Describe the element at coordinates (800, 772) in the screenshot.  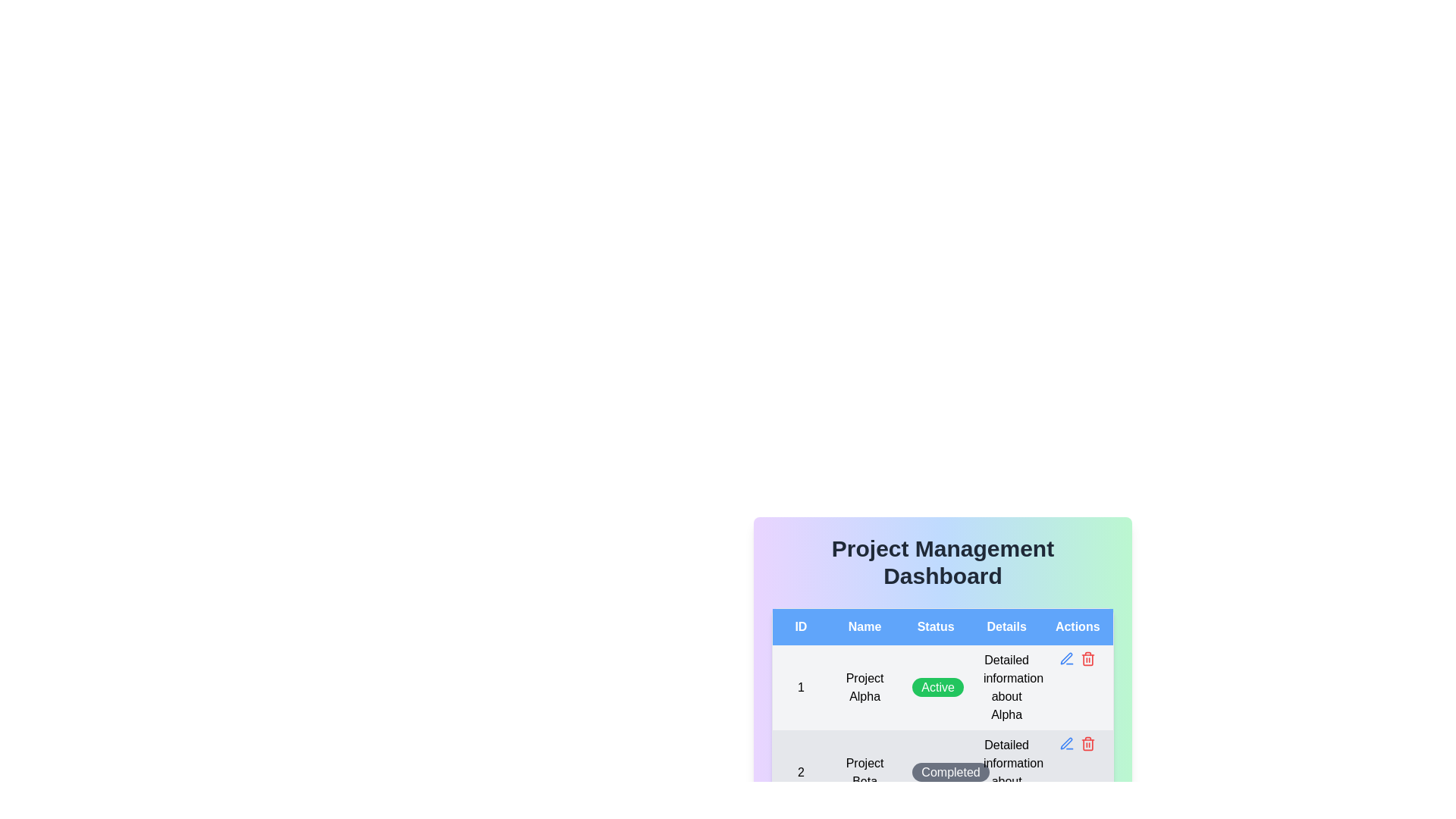
I see `the bold number '2' in the first column and second row of the table in the 'Project Management Dashboard' interface` at that location.